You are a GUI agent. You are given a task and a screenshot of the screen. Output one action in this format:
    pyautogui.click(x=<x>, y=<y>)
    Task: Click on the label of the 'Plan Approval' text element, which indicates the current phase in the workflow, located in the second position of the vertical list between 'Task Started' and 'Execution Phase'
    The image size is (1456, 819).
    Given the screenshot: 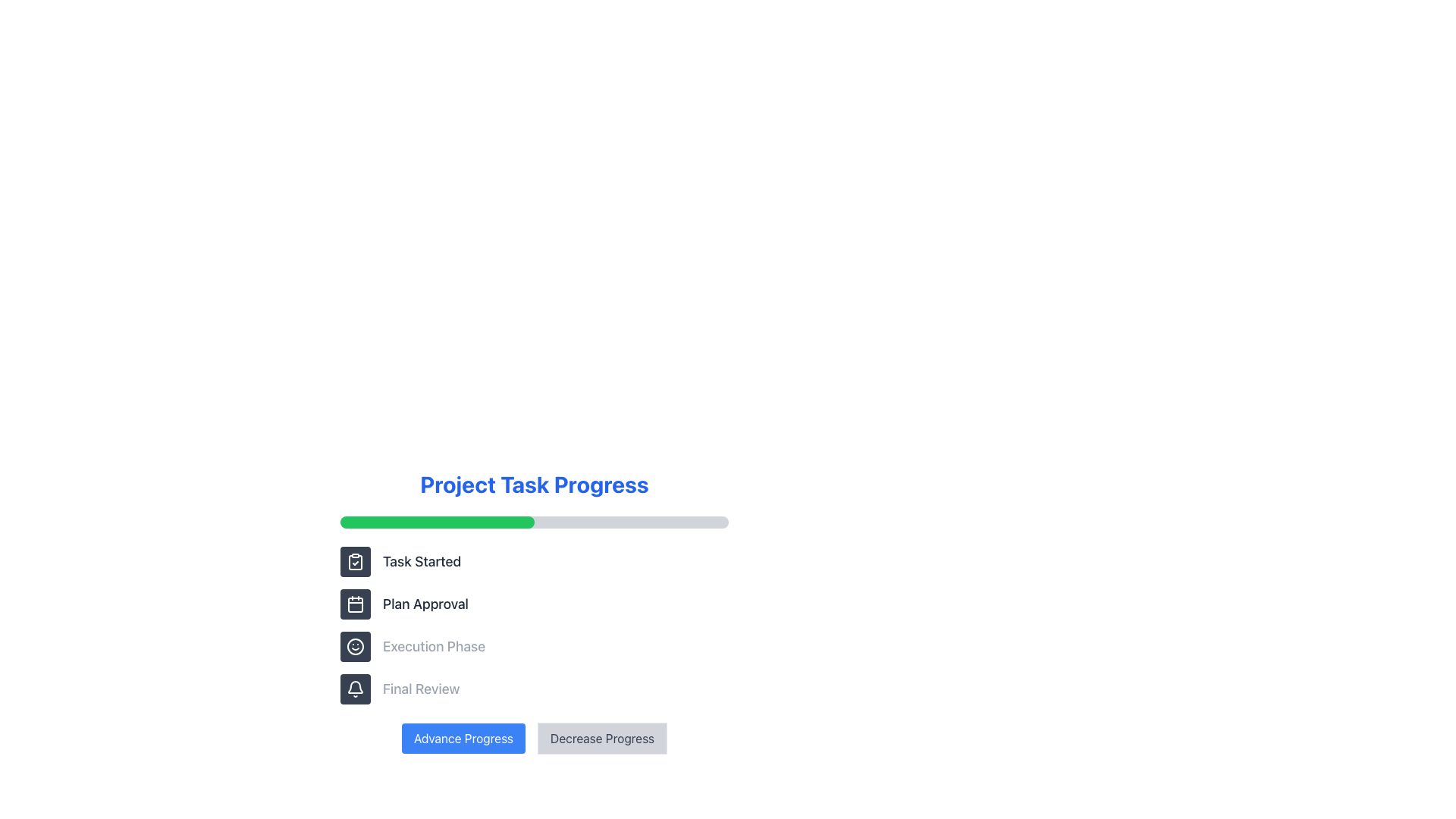 What is the action you would take?
    pyautogui.click(x=425, y=604)
    